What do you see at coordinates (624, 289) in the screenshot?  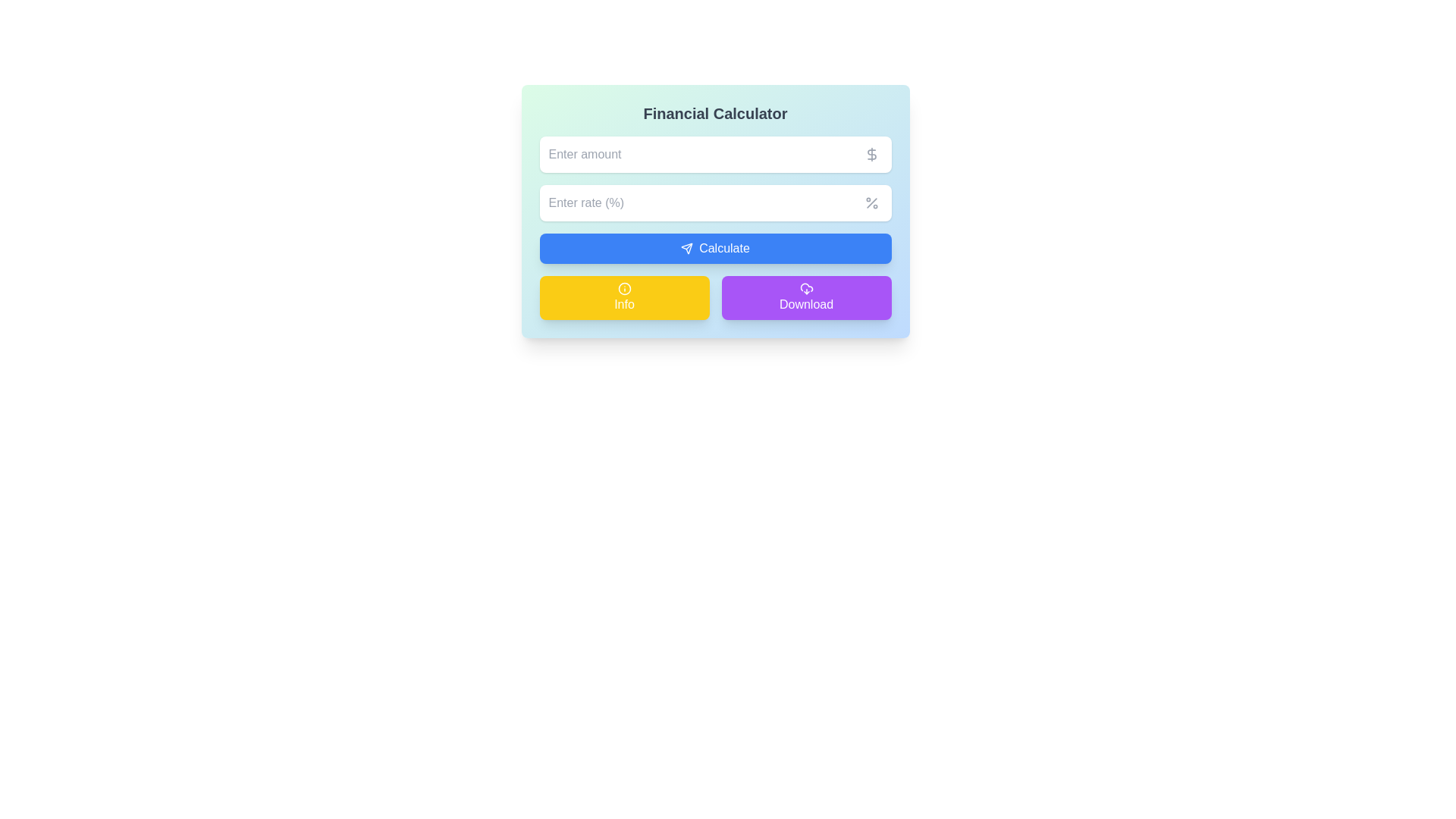 I see `the decorative circle within the 'Info' button, which has a yellow fill and is part of an 'info' icon` at bounding box center [624, 289].